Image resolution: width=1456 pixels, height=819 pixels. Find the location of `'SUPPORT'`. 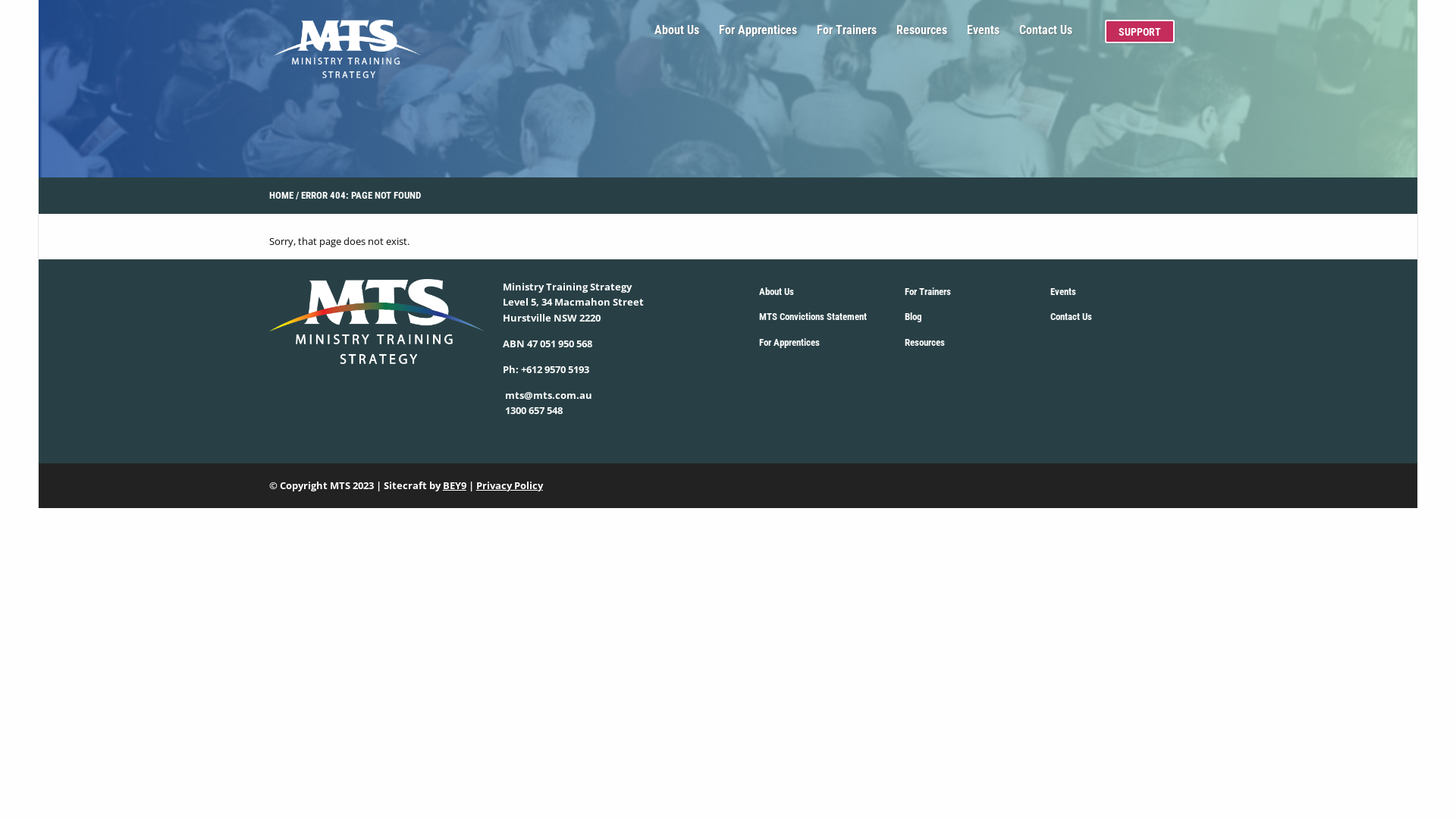

'SUPPORT' is located at coordinates (1140, 31).